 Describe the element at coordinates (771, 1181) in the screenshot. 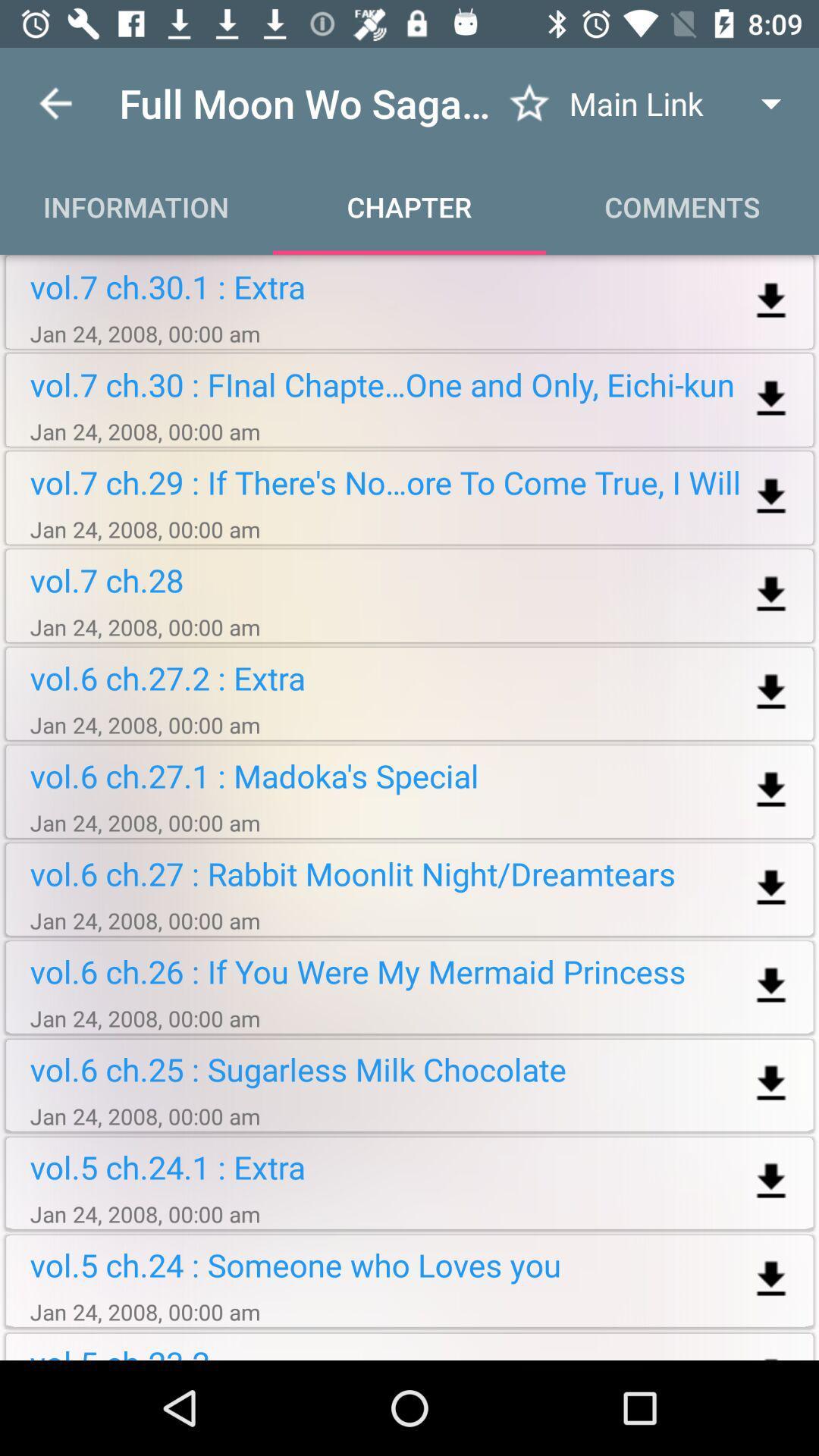

I see `download selected` at that location.